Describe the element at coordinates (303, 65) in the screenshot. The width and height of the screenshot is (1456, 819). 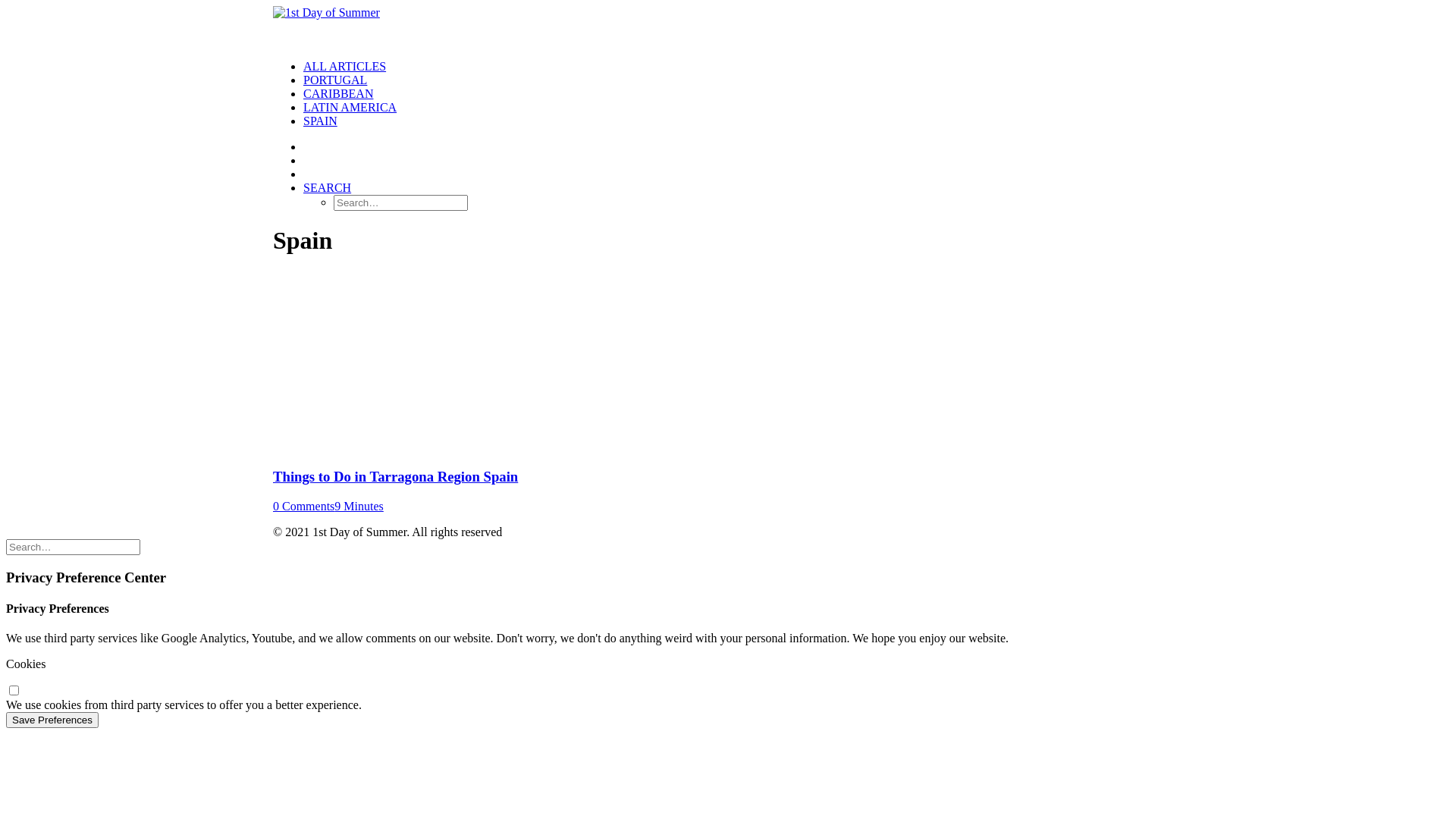
I see `'ALL ARTICLES'` at that location.